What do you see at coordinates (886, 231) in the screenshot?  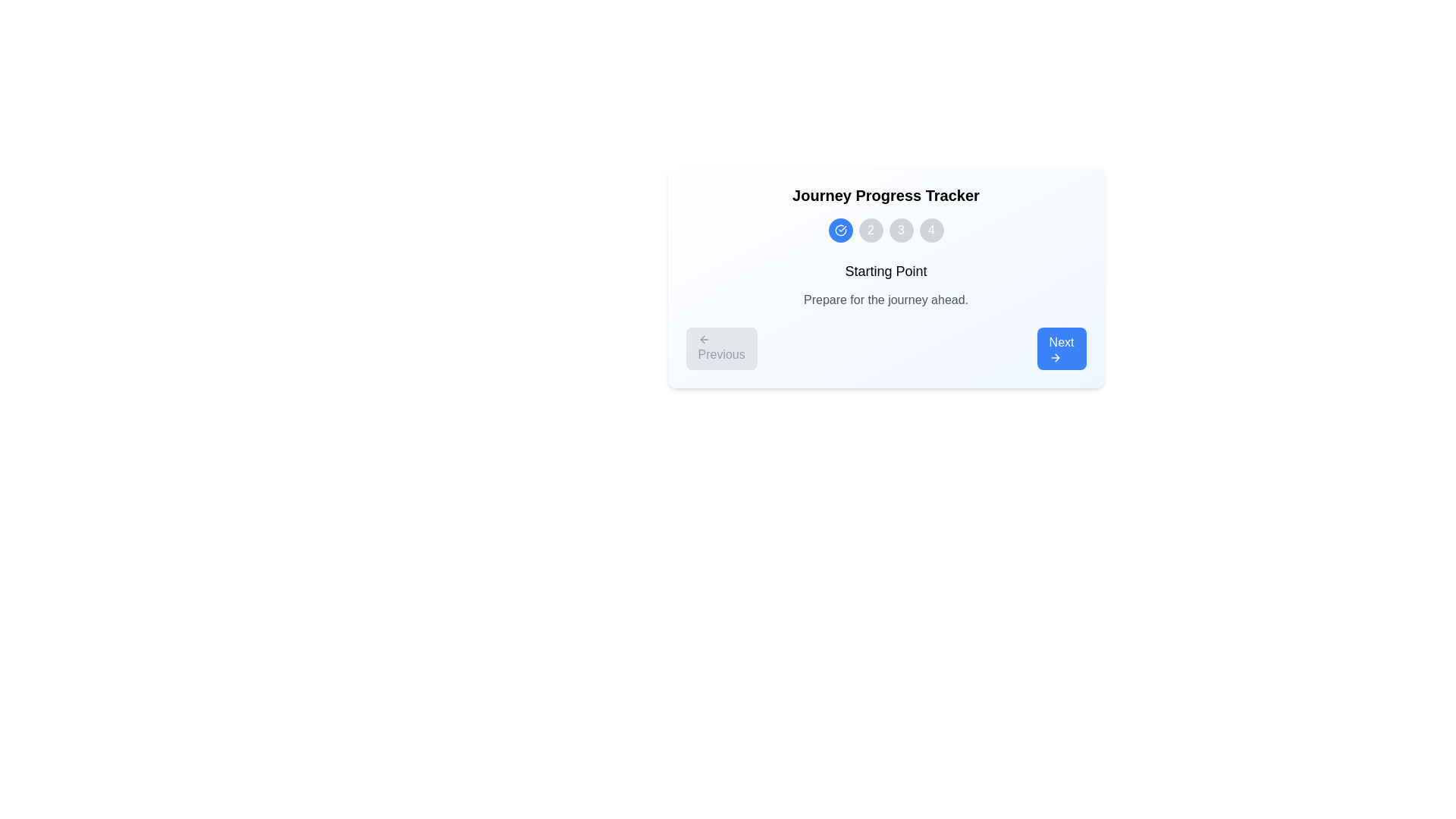 I see `a circle in the Progress indicator with step circles` at bounding box center [886, 231].